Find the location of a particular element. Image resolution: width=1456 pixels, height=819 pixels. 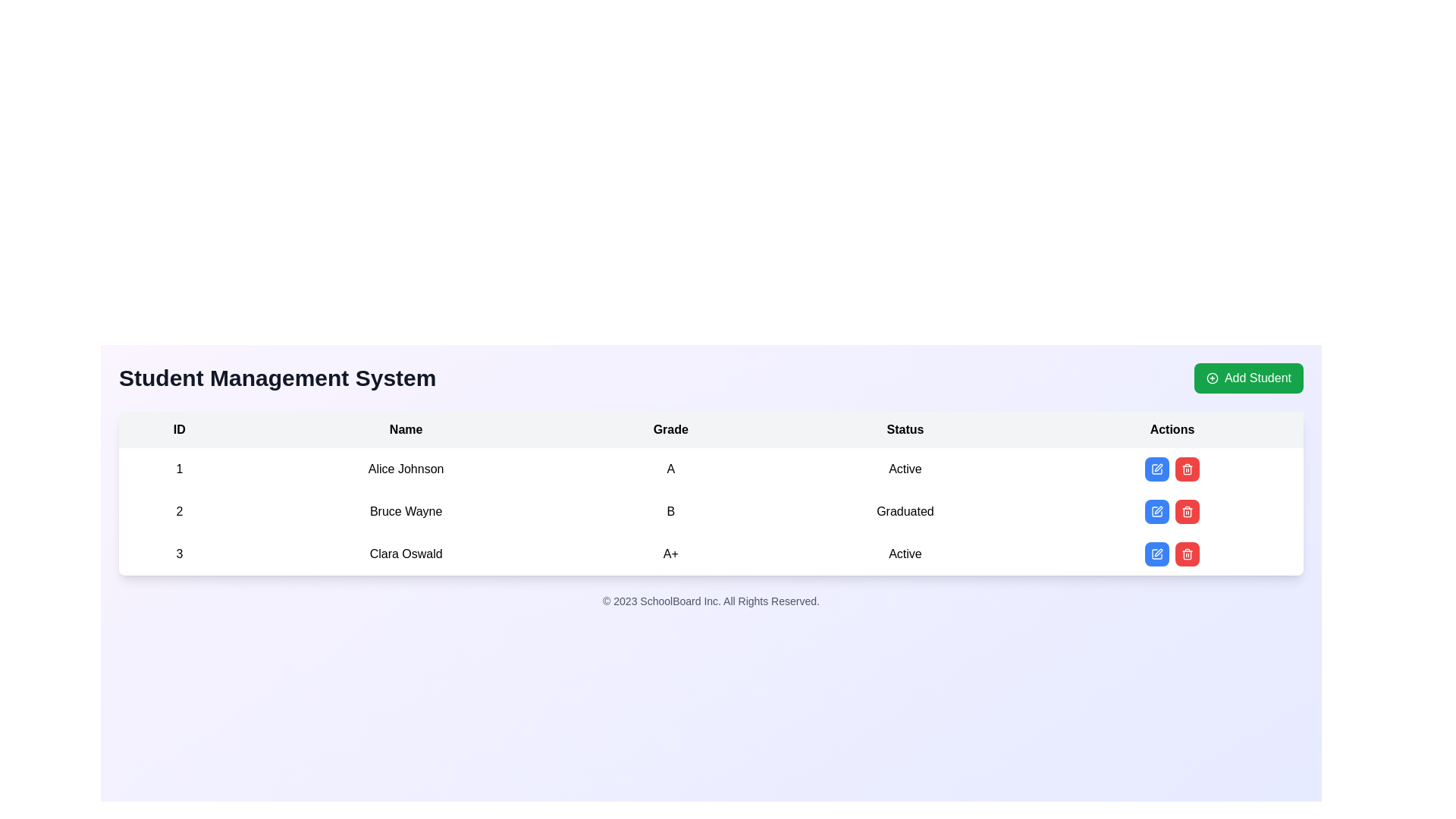

the text 'B' in the 'Grade' column corresponding to 'Bruce Wayne' in the table is located at coordinates (670, 512).